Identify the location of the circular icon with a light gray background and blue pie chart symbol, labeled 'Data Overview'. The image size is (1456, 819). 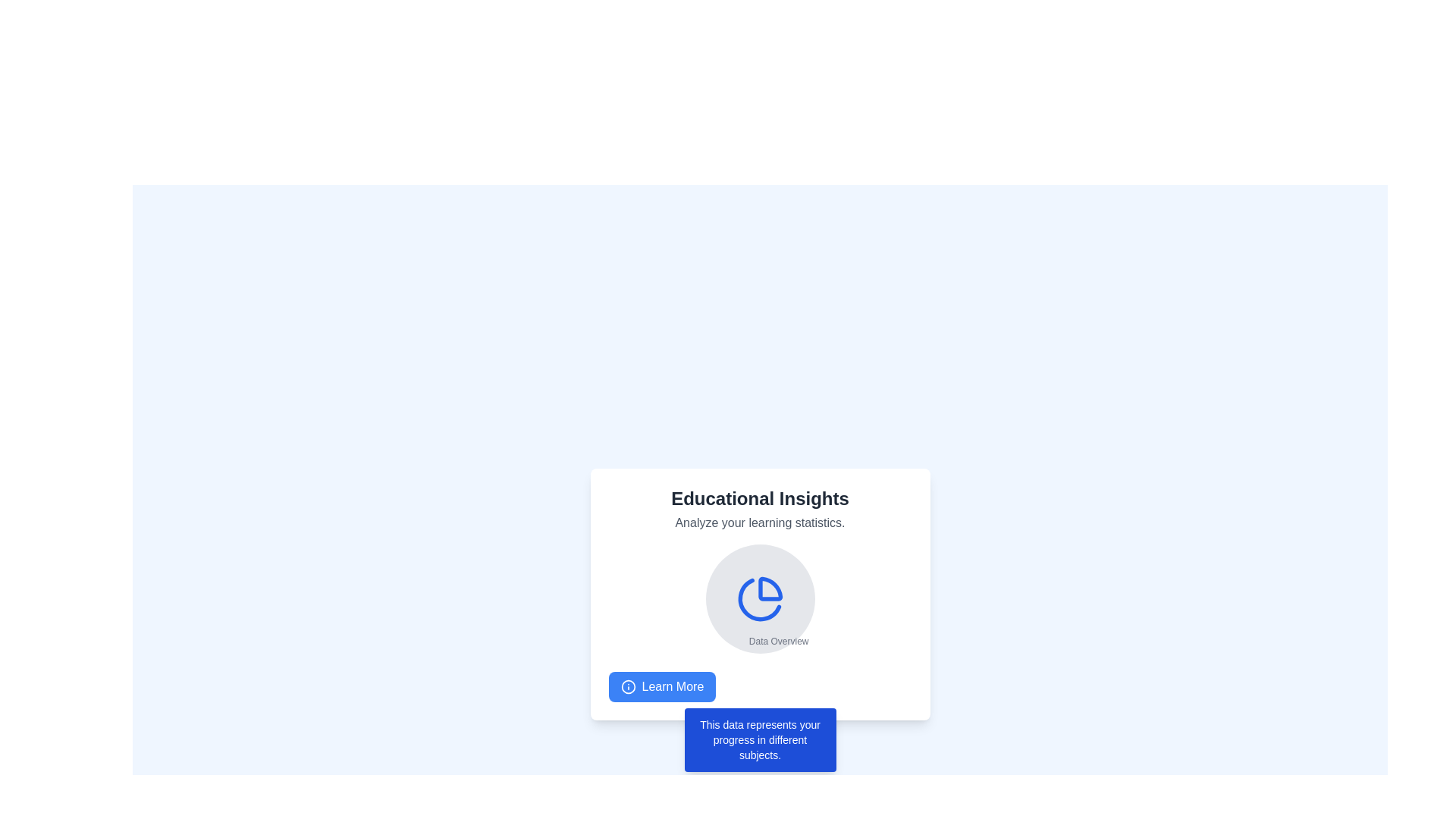
(760, 598).